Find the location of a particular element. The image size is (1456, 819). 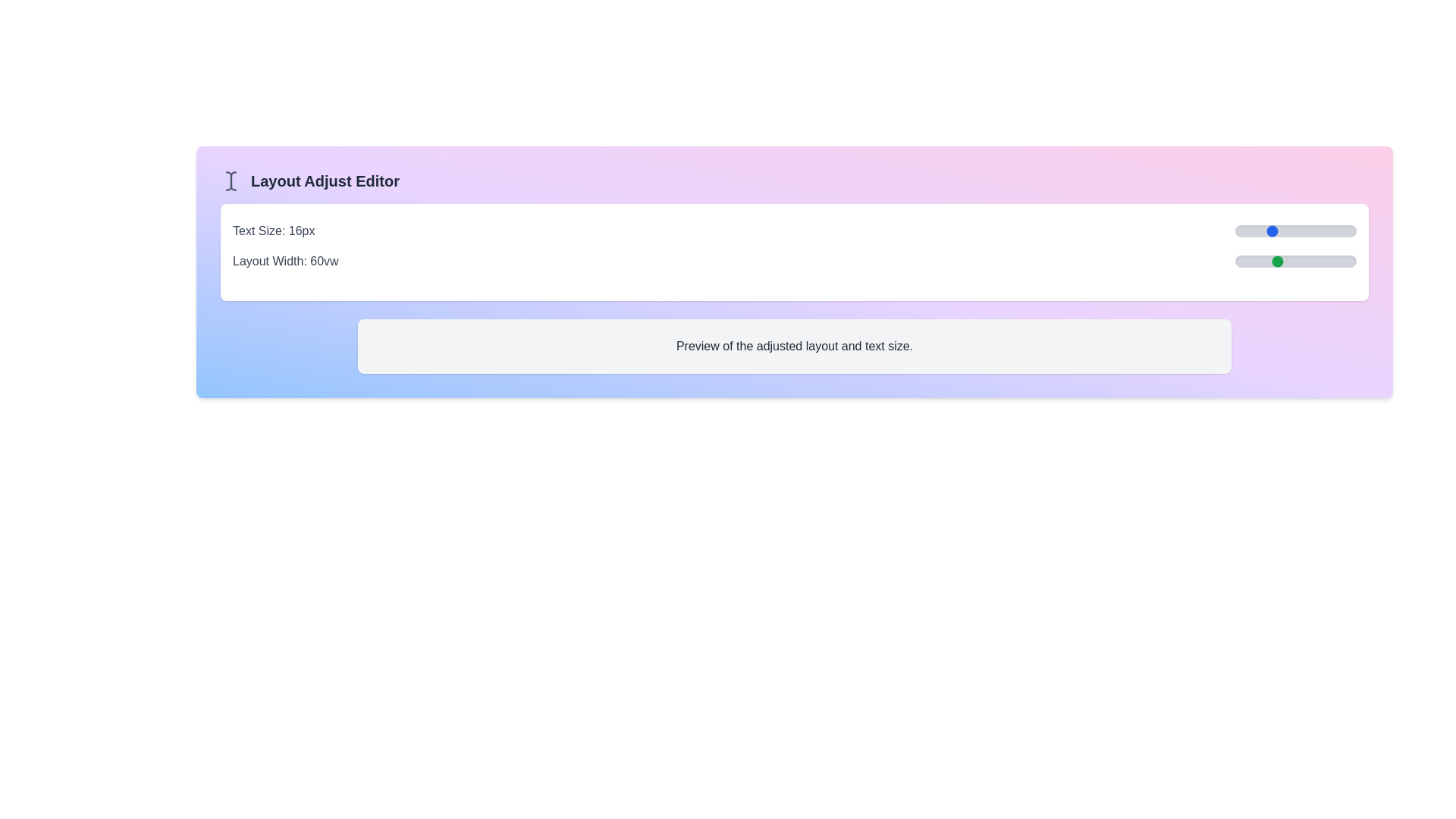

the slider is located at coordinates (1350, 260).